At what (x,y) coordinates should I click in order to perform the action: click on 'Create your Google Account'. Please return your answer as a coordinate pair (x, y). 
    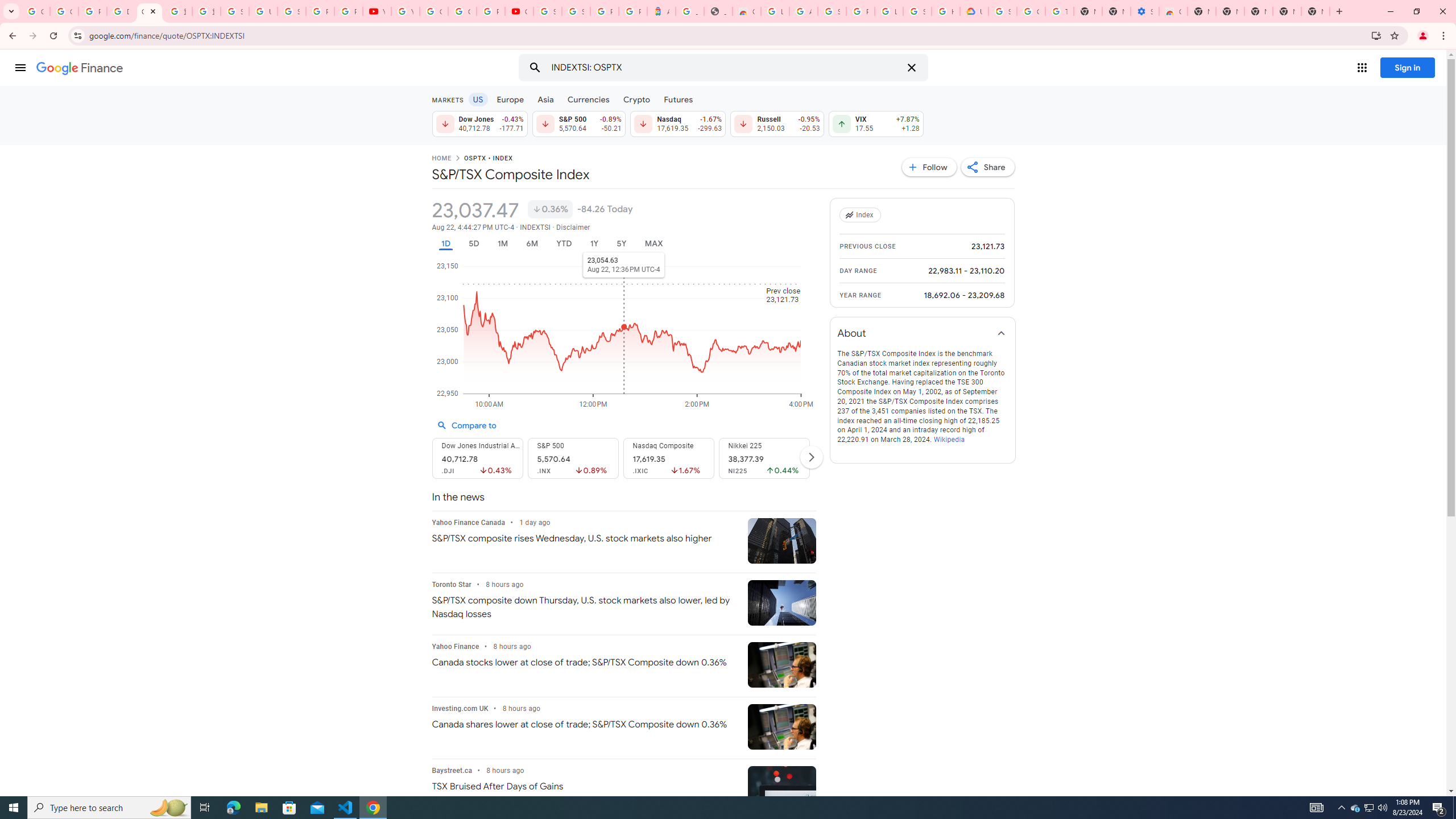
    Looking at the image, I should click on (461, 11).